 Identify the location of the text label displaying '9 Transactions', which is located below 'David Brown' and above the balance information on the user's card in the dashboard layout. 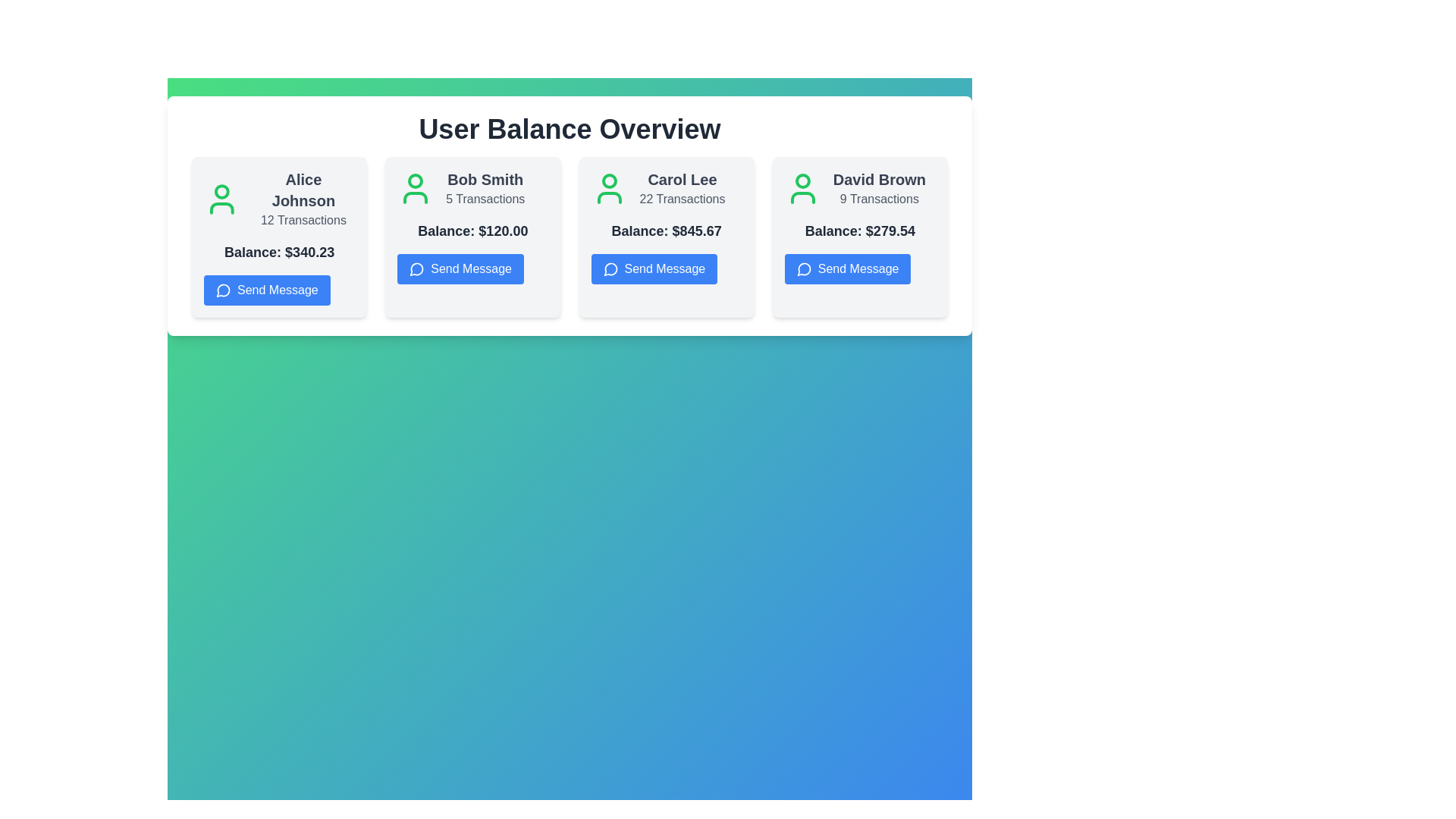
(879, 198).